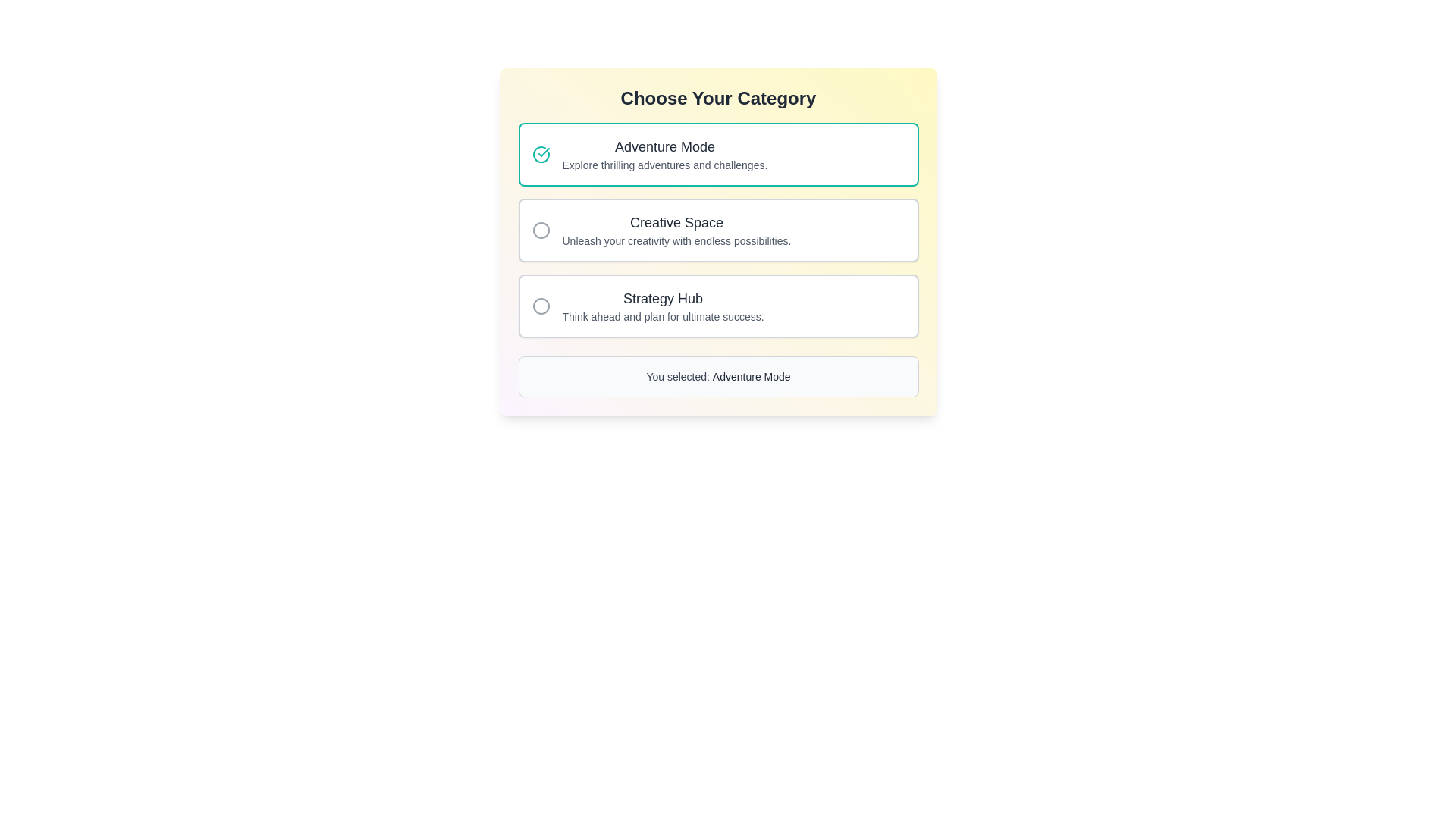  What do you see at coordinates (664, 146) in the screenshot?
I see `the Label/Header Text at the top center of the selectable card-like component, which serves as the title for the first option in the list` at bounding box center [664, 146].